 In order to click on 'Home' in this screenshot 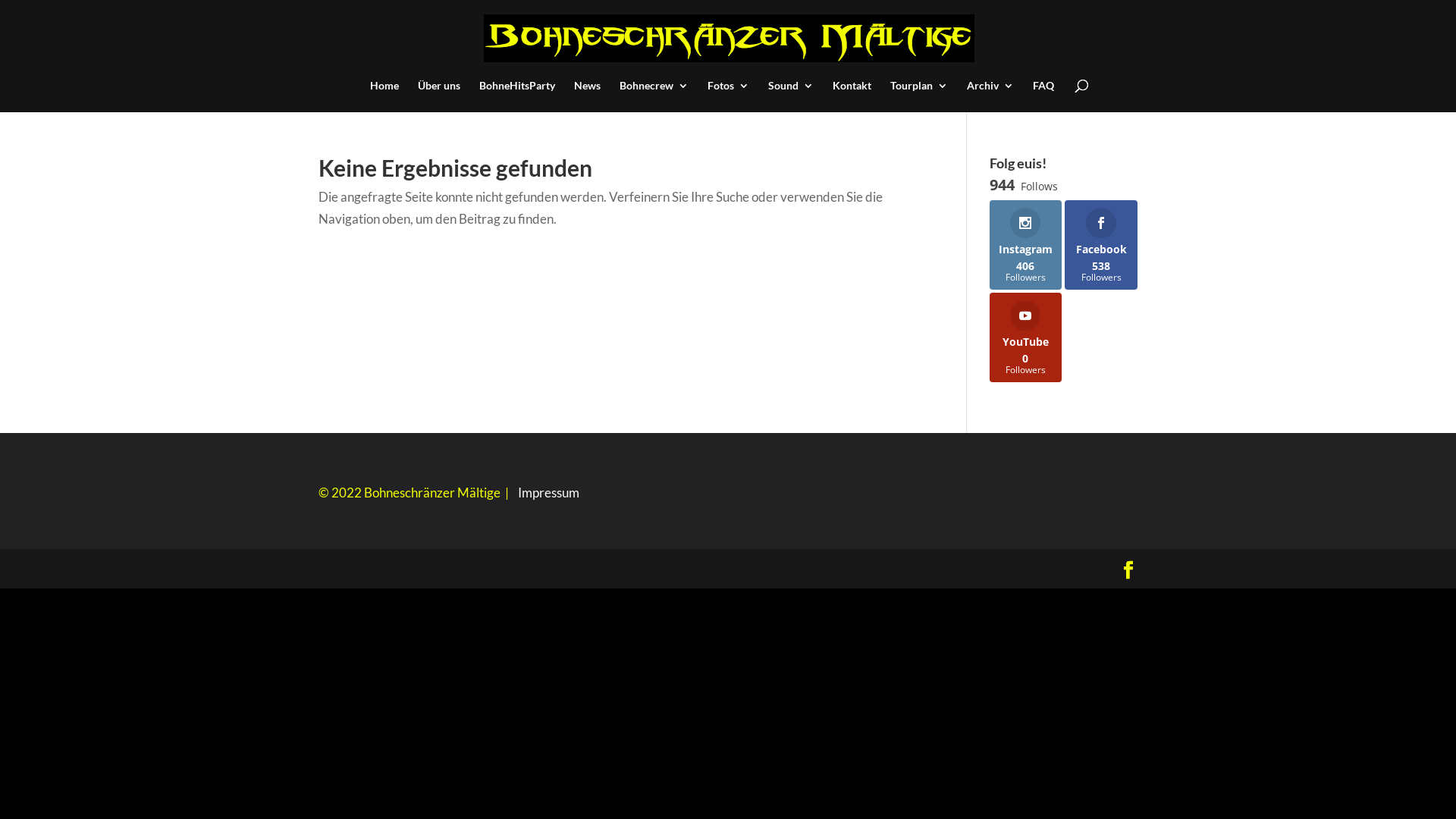, I will do `click(384, 96)`.